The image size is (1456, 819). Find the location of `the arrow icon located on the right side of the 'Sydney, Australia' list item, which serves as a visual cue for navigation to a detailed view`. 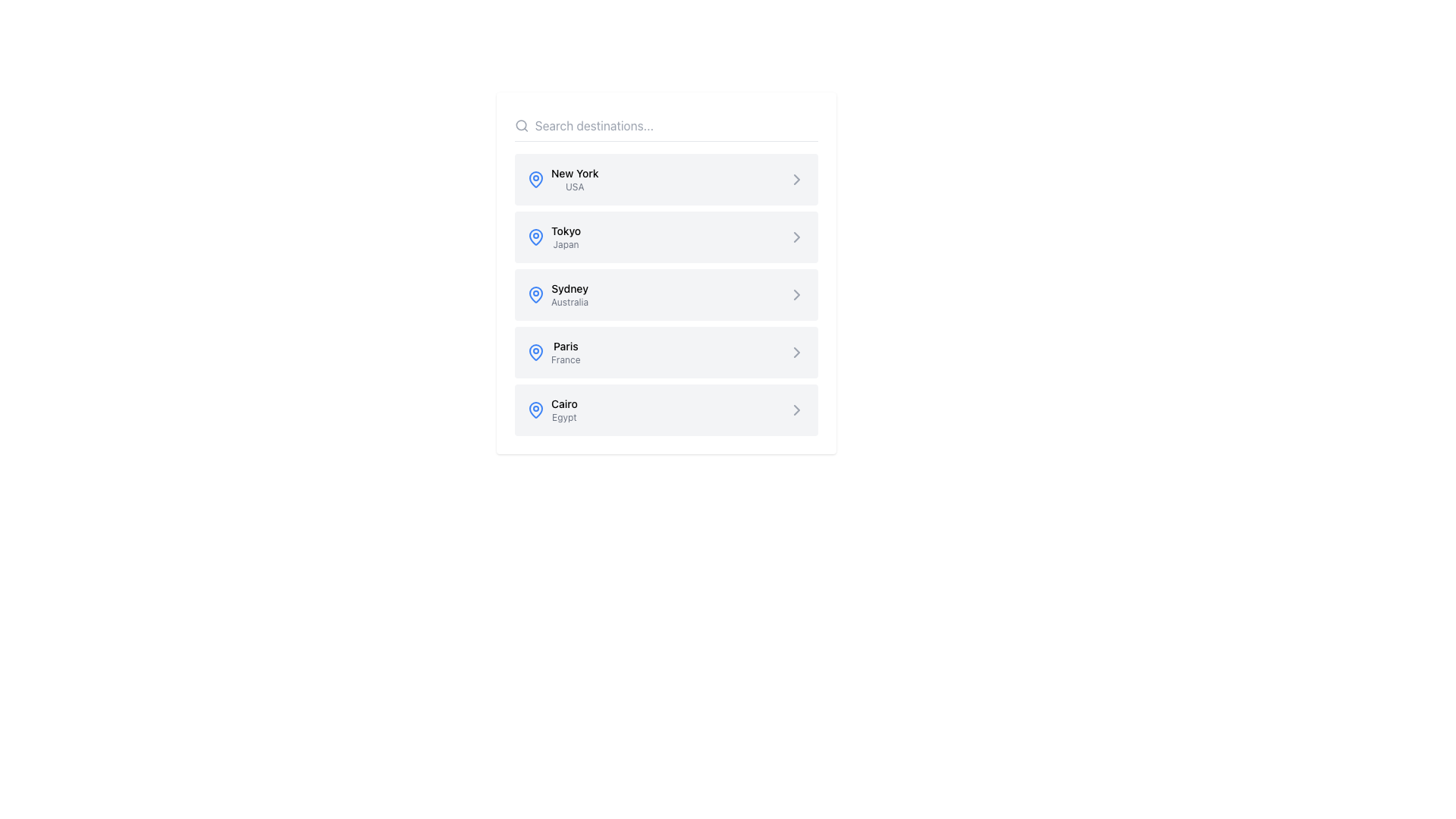

the arrow icon located on the right side of the 'Sydney, Australia' list item, which serves as a visual cue for navigation to a detailed view is located at coordinates (796, 295).